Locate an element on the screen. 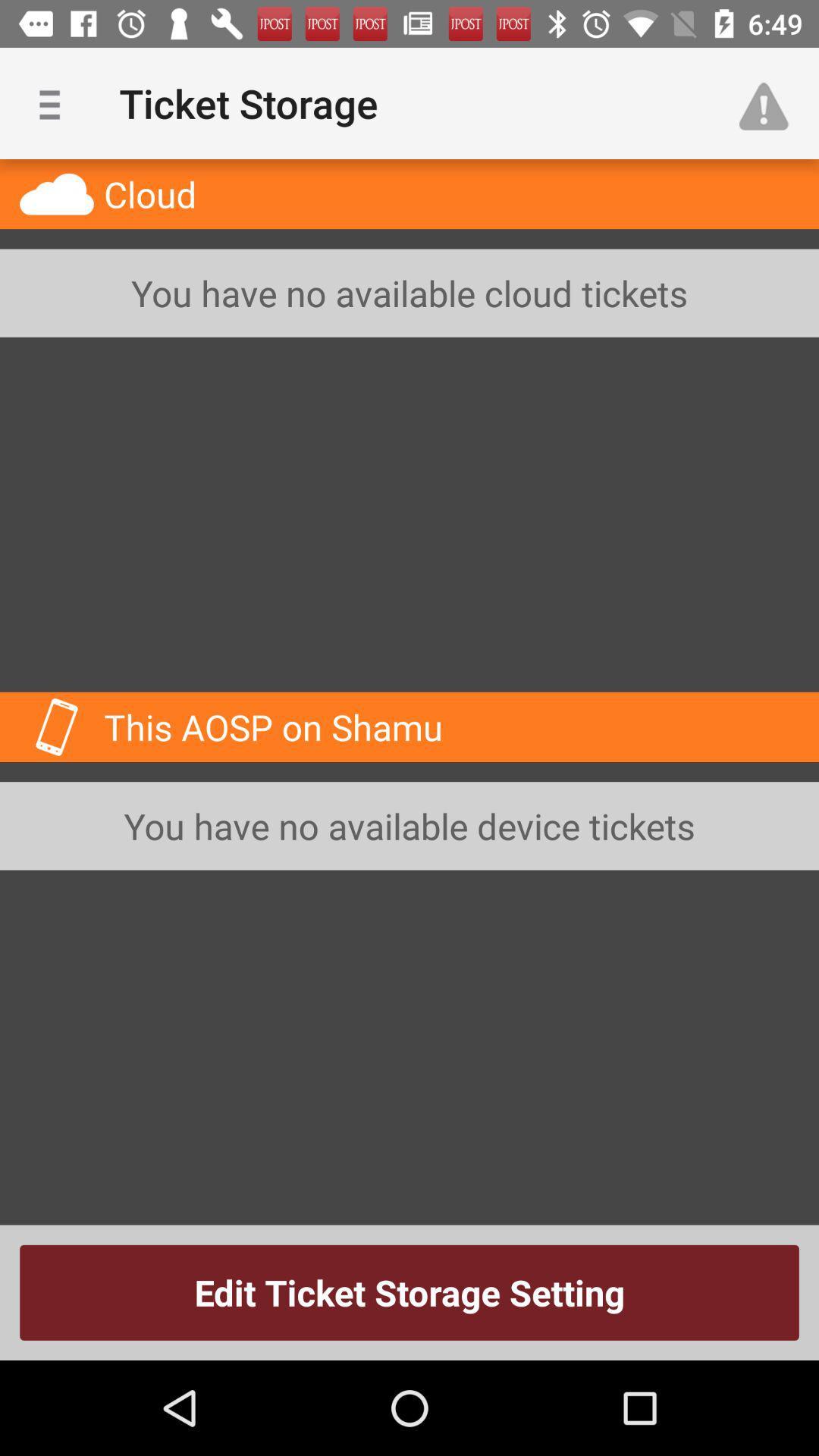 The height and width of the screenshot is (1456, 819). the item at the top right corner is located at coordinates (771, 102).